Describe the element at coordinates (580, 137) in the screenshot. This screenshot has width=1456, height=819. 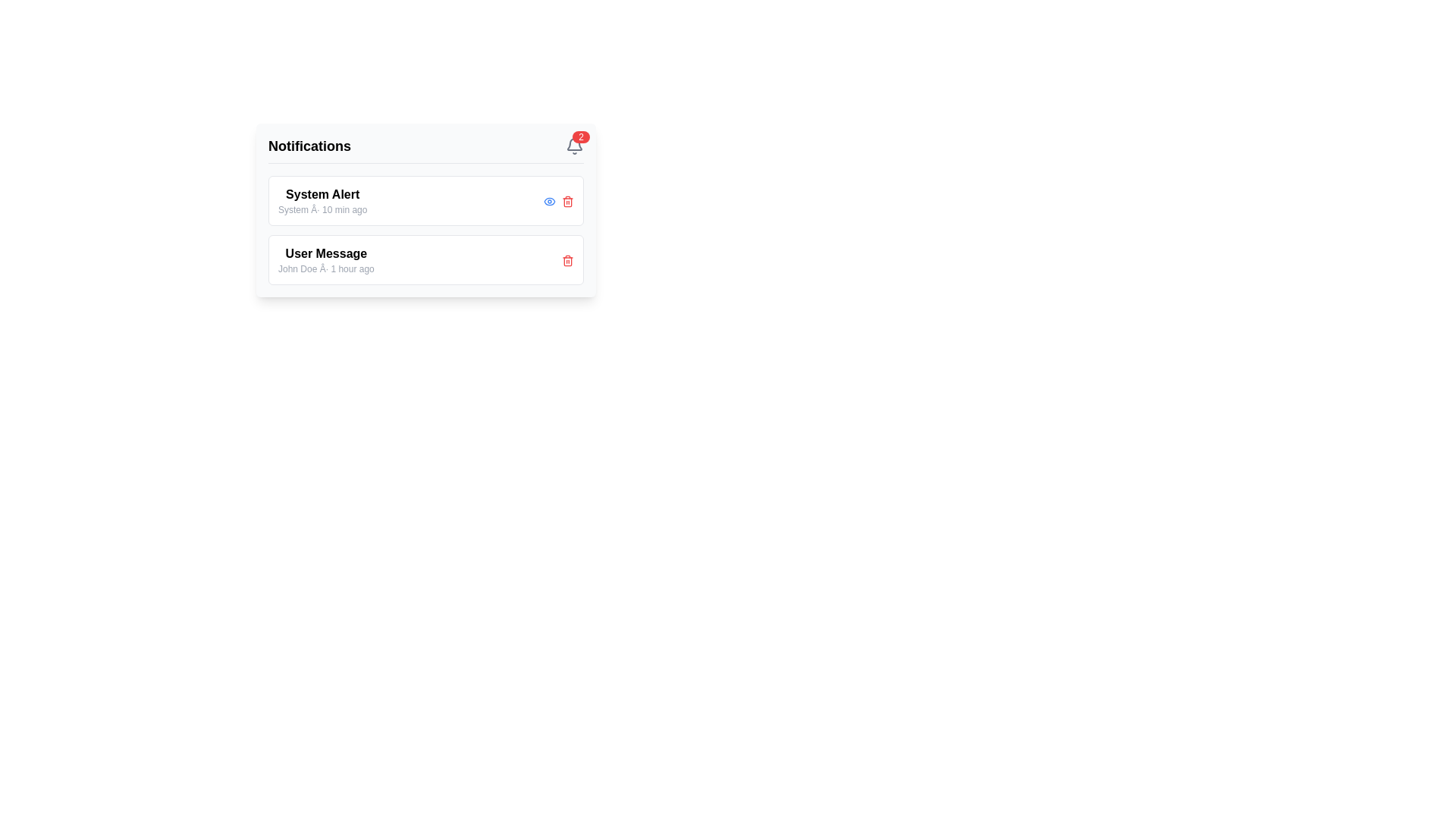
I see `the small red circular badge displaying the number '2', which is positioned above the top-right corner of the bell icon in the notifications section` at that location.